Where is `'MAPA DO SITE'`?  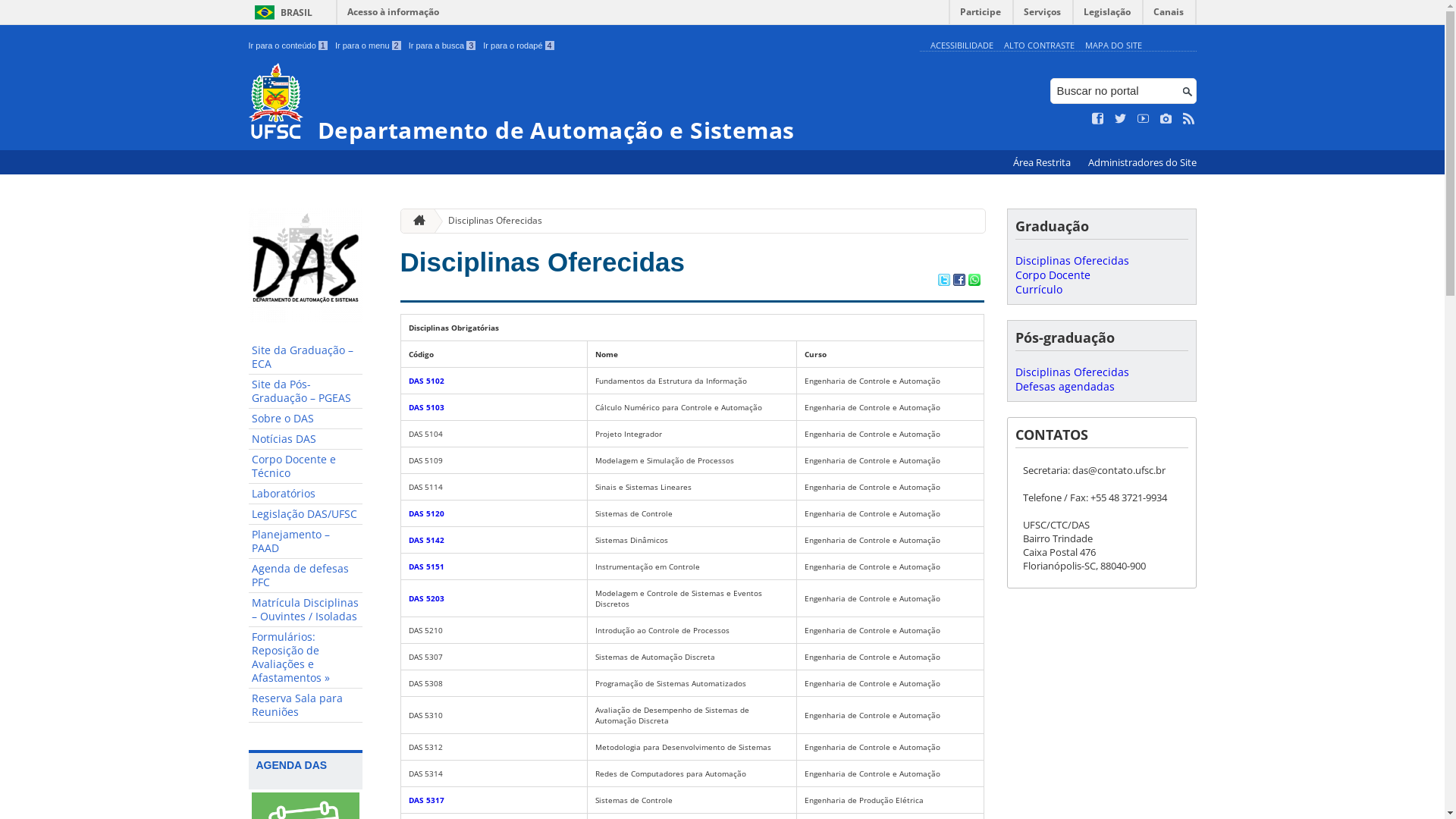 'MAPA DO SITE' is located at coordinates (1112, 44).